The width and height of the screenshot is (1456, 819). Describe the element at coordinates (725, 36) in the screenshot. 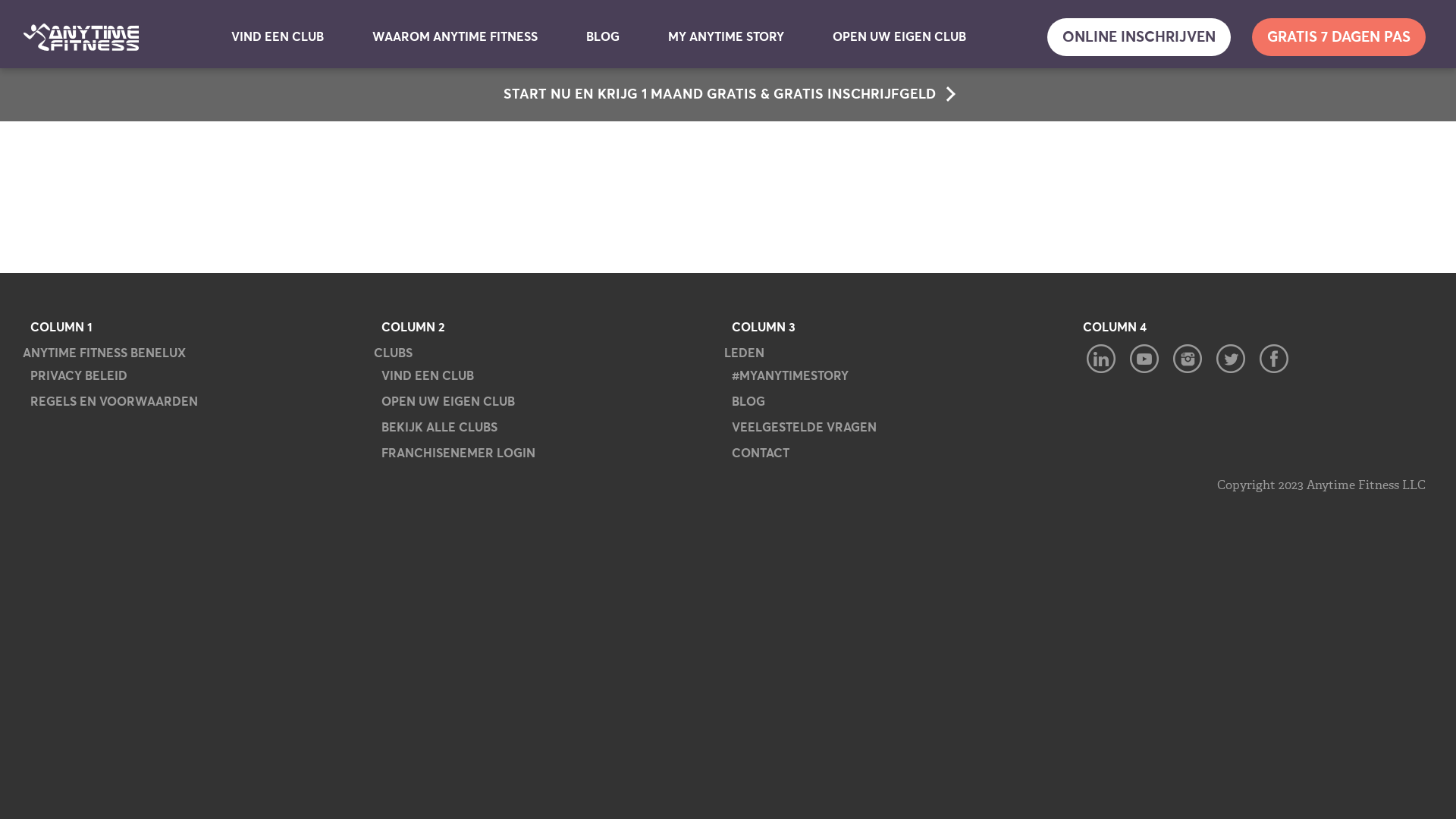

I see `'MY ANYTIME STORY'` at that location.